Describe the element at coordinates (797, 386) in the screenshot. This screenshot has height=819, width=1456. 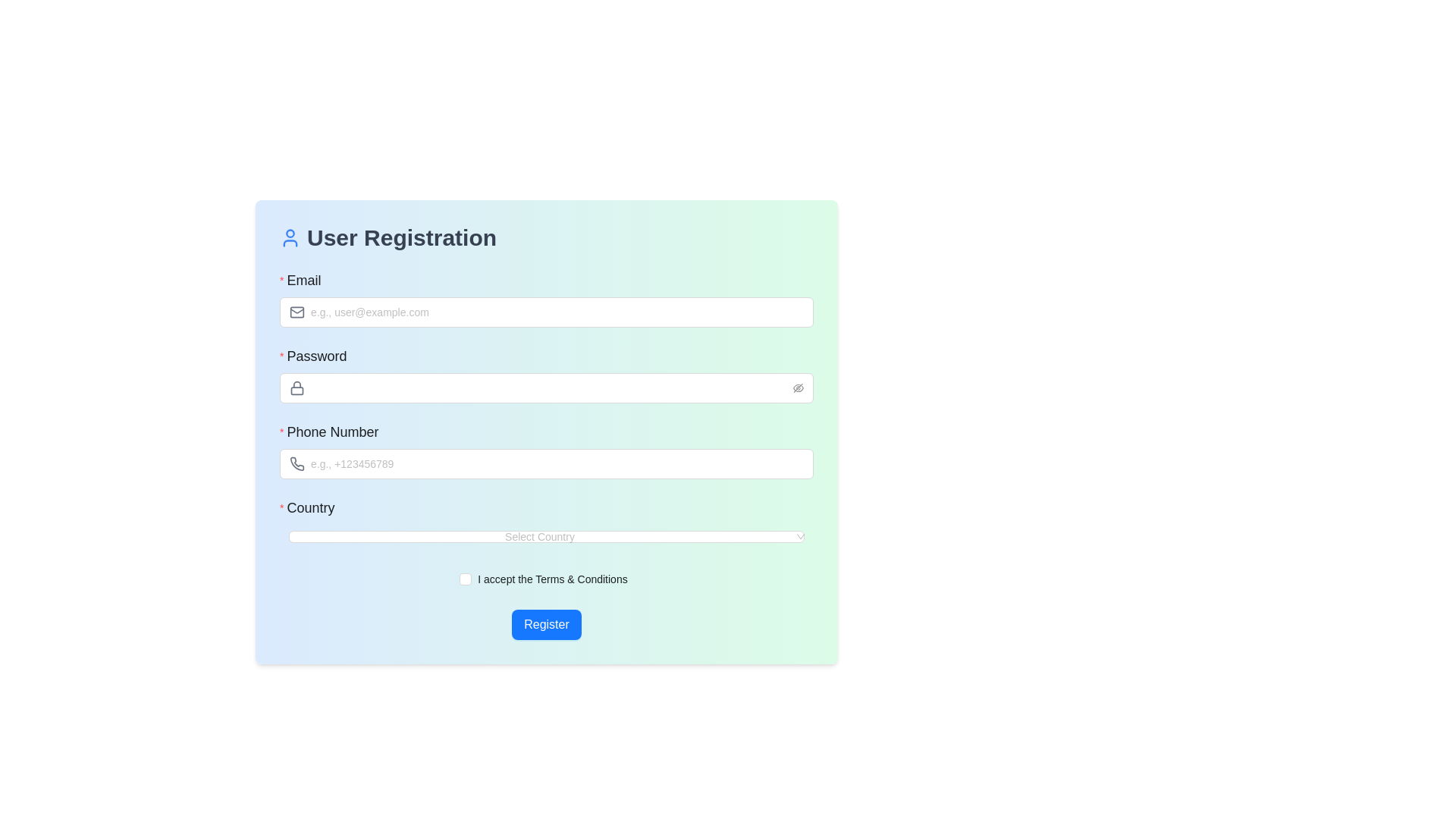
I see `the icon located at the right end of the 'Password' input field` at that location.